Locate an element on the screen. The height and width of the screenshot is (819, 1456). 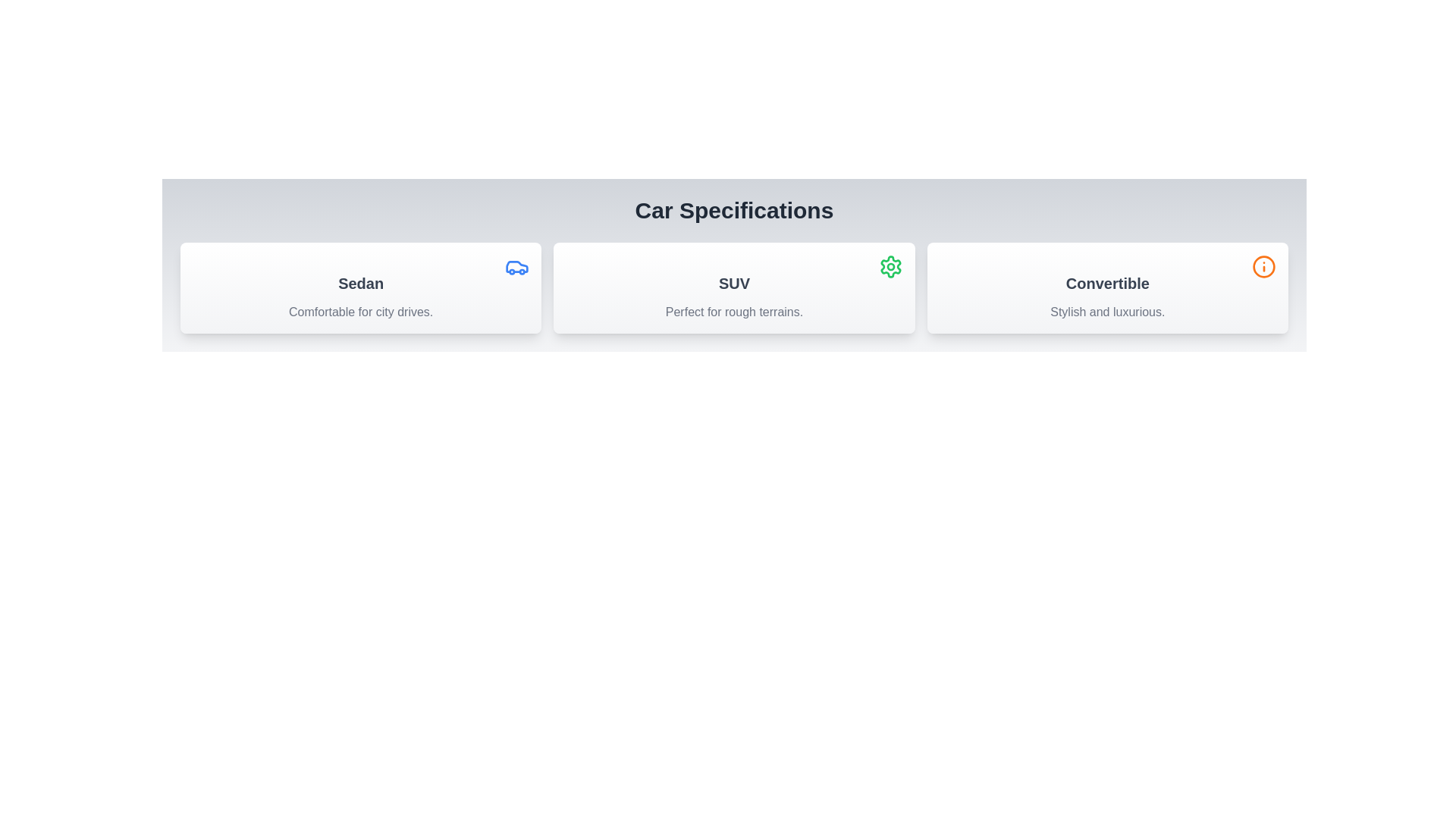
the 'Sedan' car type icon located at the top-right corner of the first card in a three-column layout is located at coordinates (517, 265).